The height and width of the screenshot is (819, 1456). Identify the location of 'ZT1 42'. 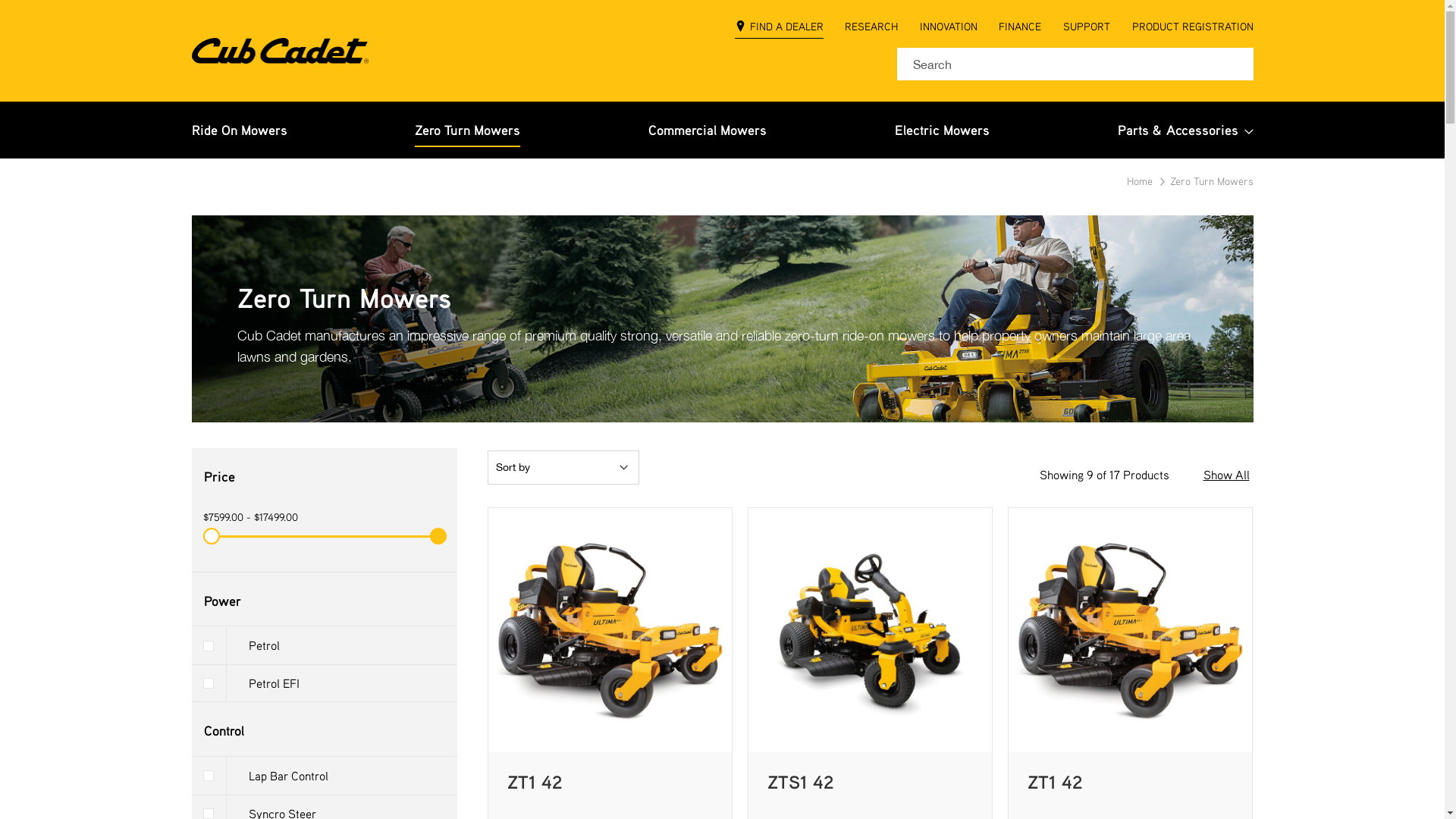
(506, 781).